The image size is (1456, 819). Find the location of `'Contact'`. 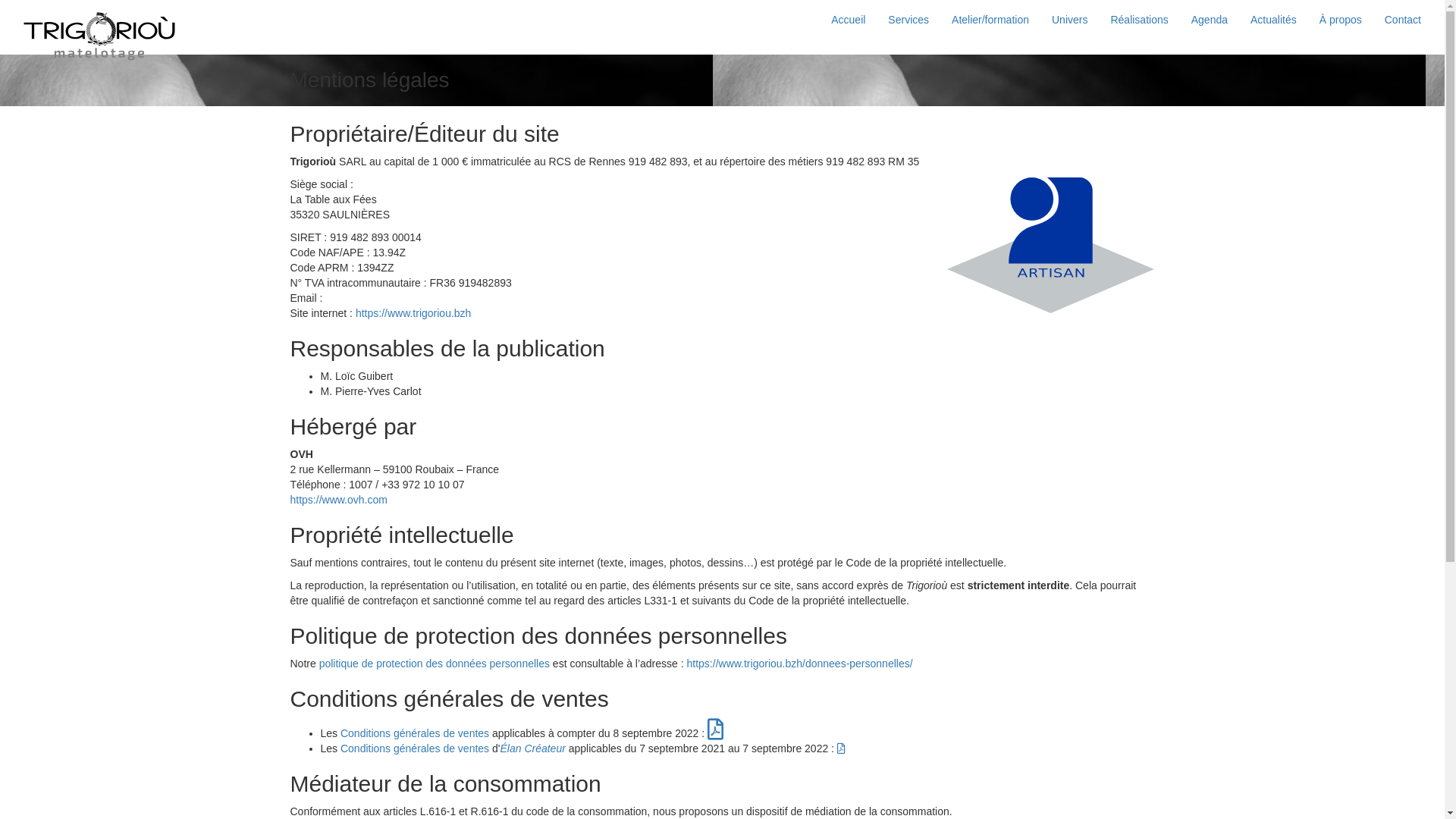

'Contact' is located at coordinates (1401, 20).